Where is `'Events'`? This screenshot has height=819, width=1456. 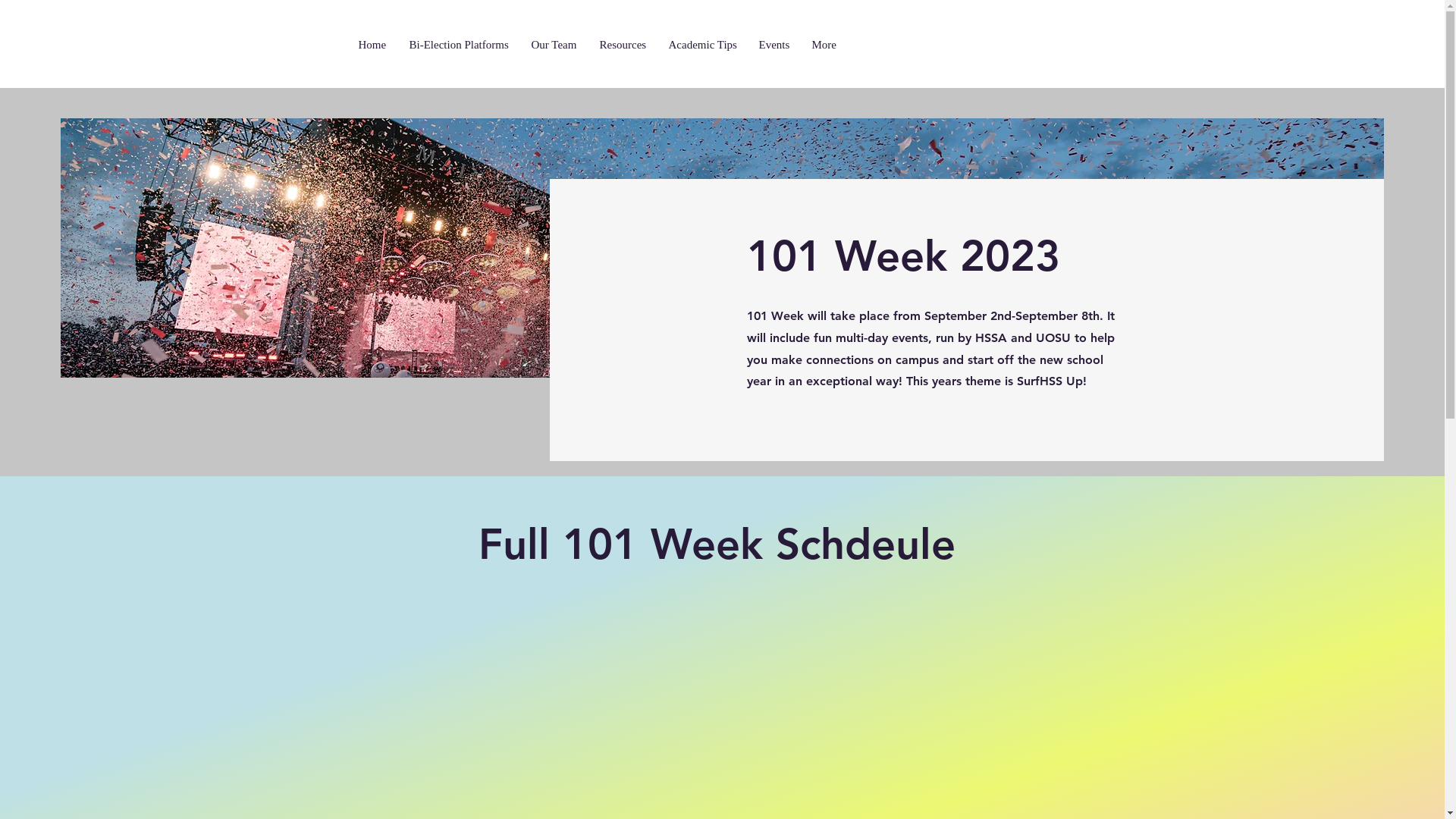
'Events' is located at coordinates (750, 44).